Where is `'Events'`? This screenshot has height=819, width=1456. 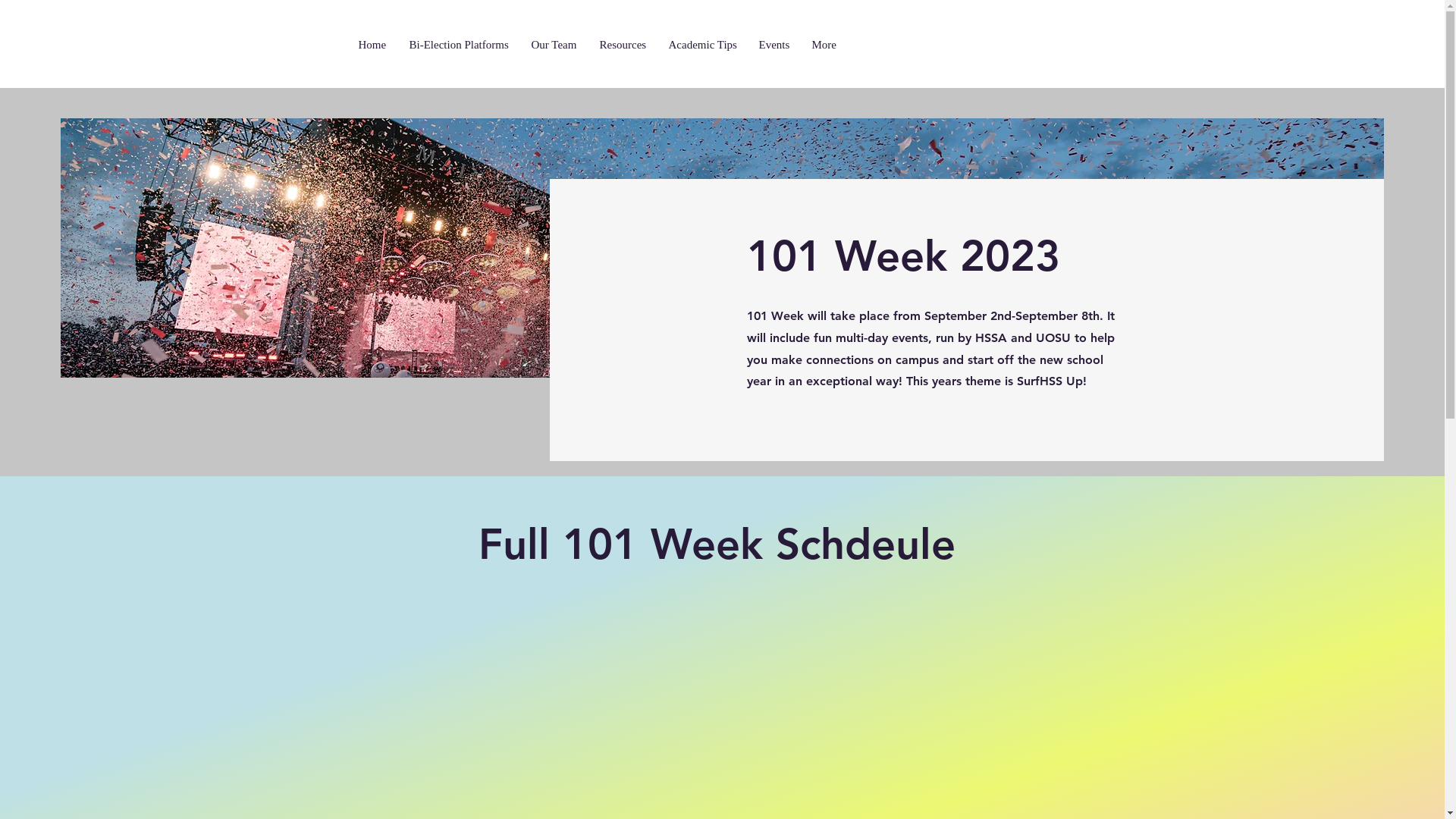
'Events' is located at coordinates (750, 44).